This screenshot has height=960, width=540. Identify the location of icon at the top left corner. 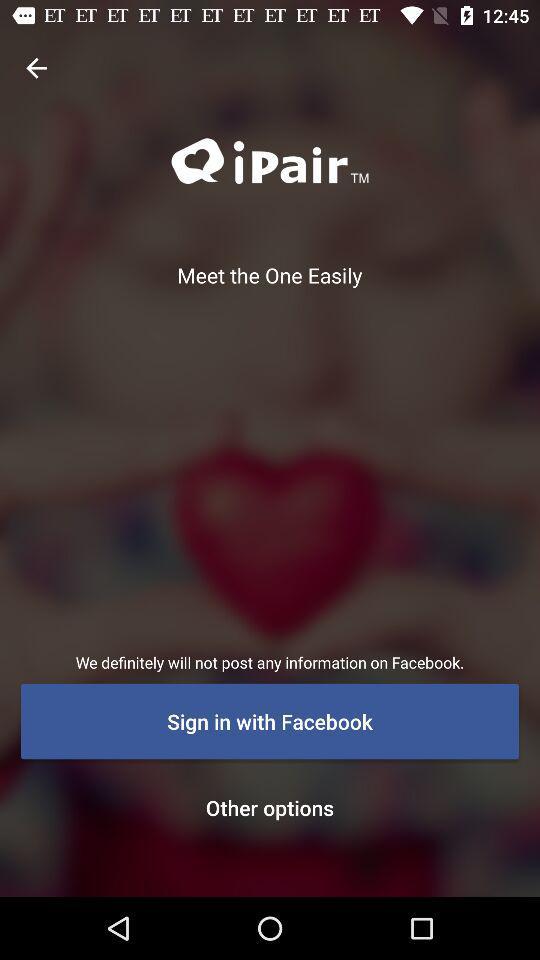
(36, 68).